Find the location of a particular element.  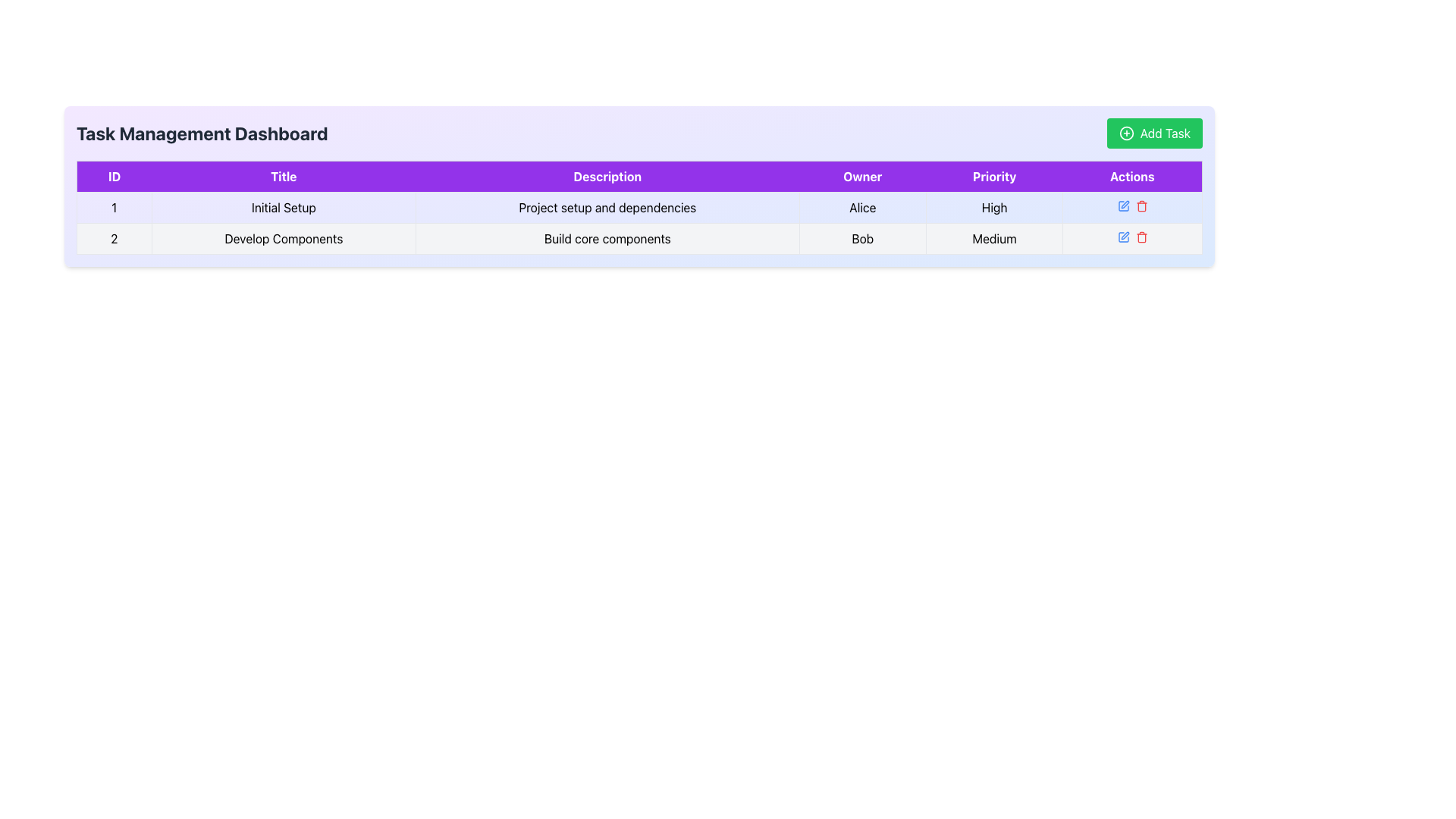

the 'Add Task' button with a green background located in the top-right corner of the interface is located at coordinates (1153, 133).